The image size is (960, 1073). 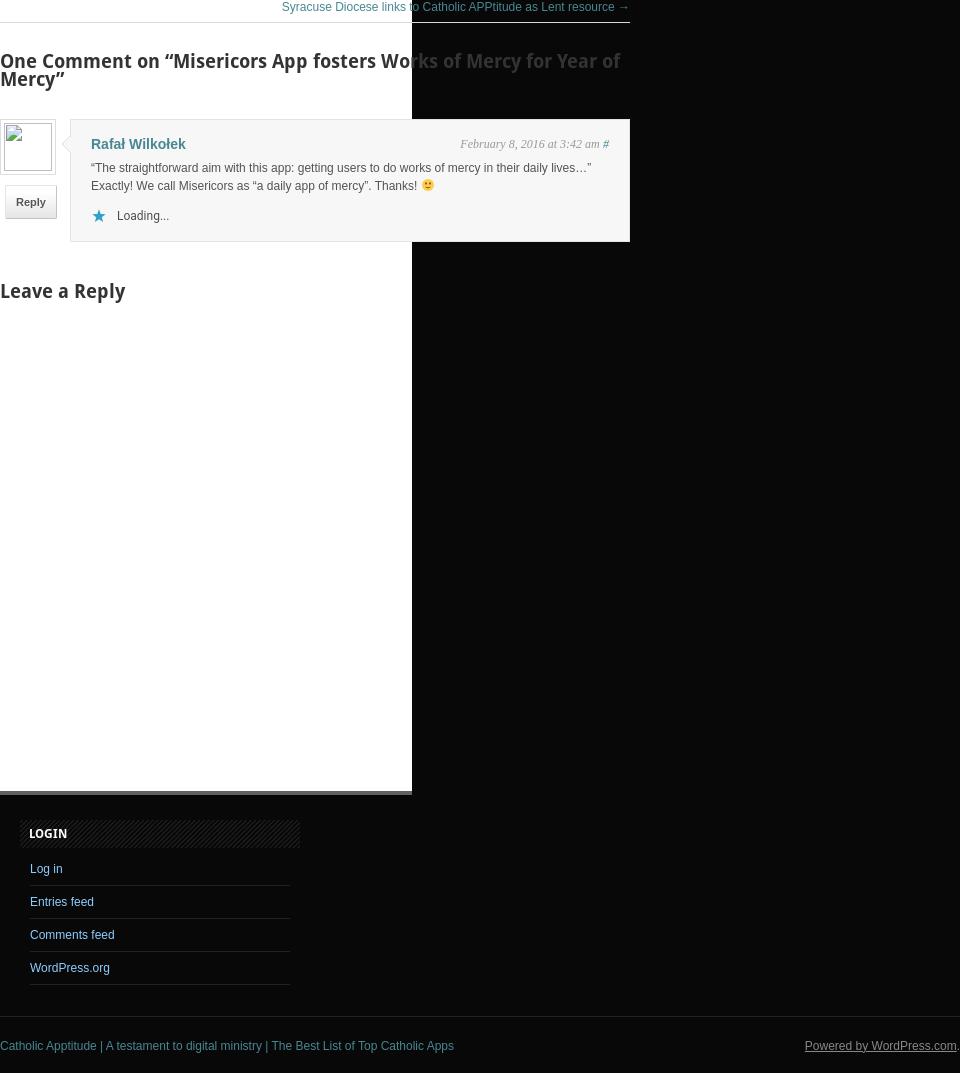 What do you see at coordinates (605, 142) in the screenshot?
I see `'#'` at bounding box center [605, 142].